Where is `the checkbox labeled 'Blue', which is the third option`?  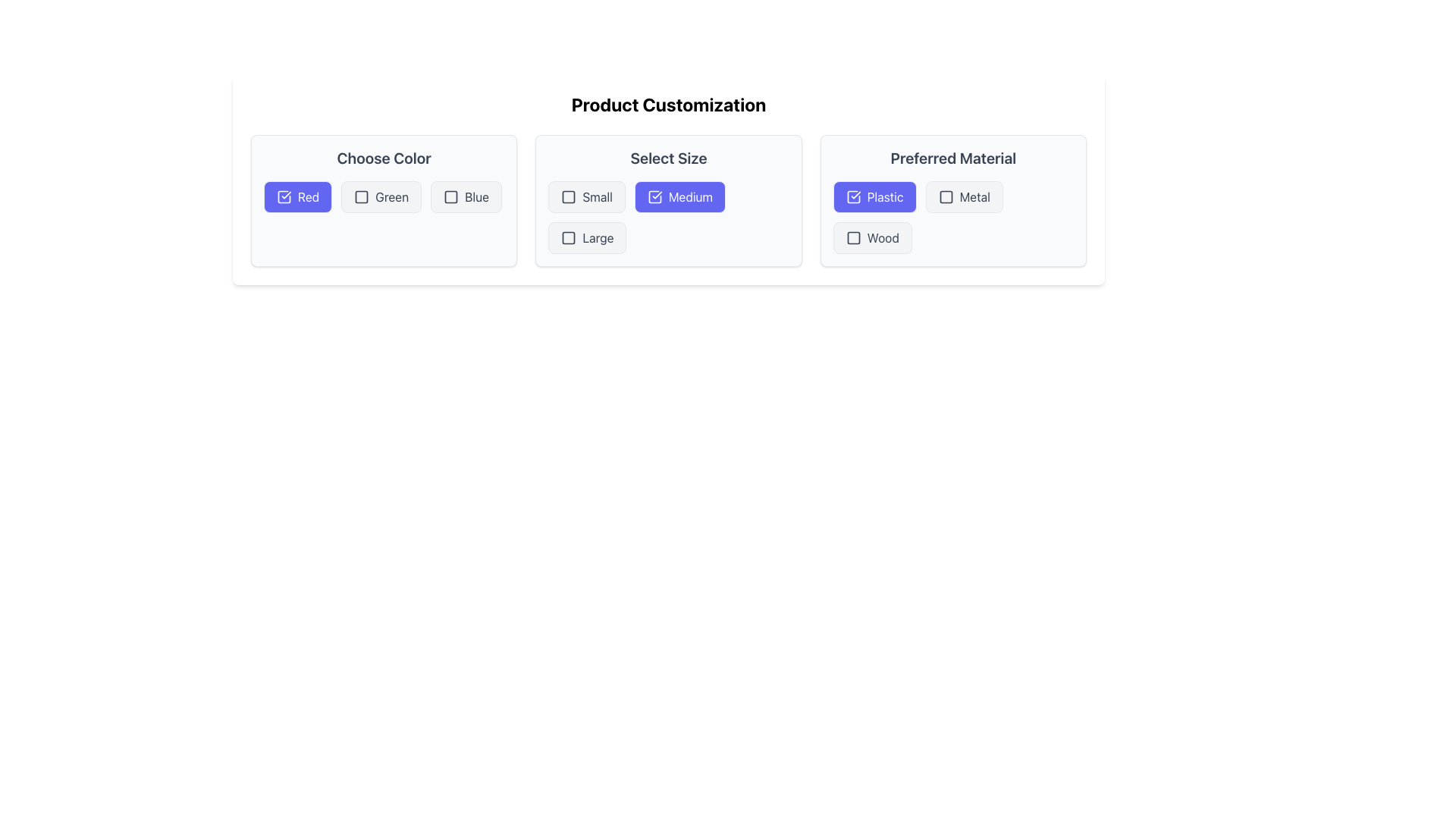 the checkbox labeled 'Blue', which is the third option is located at coordinates (450, 196).